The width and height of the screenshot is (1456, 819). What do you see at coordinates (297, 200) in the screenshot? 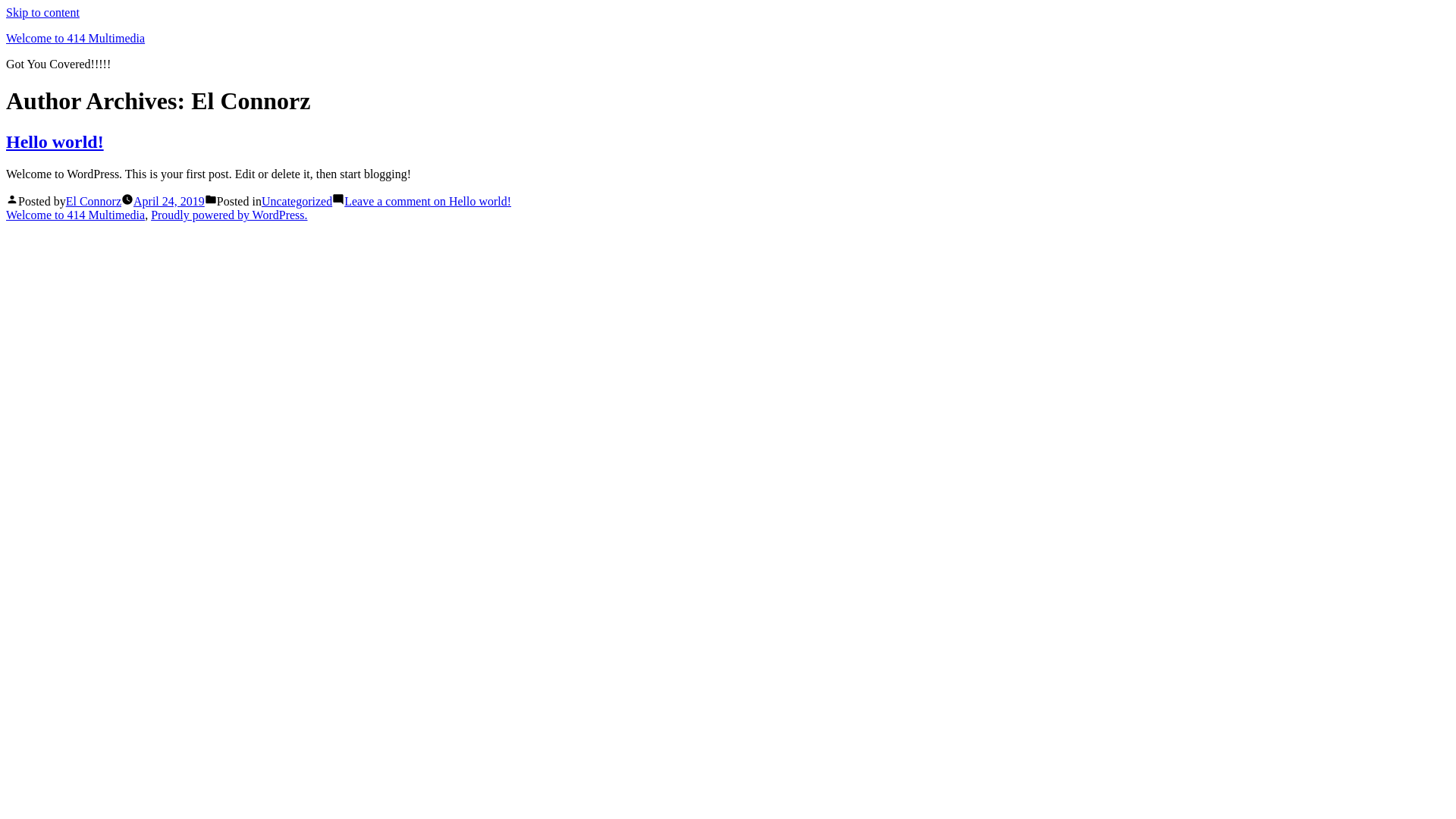
I see `'Uncategorized'` at bounding box center [297, 200].